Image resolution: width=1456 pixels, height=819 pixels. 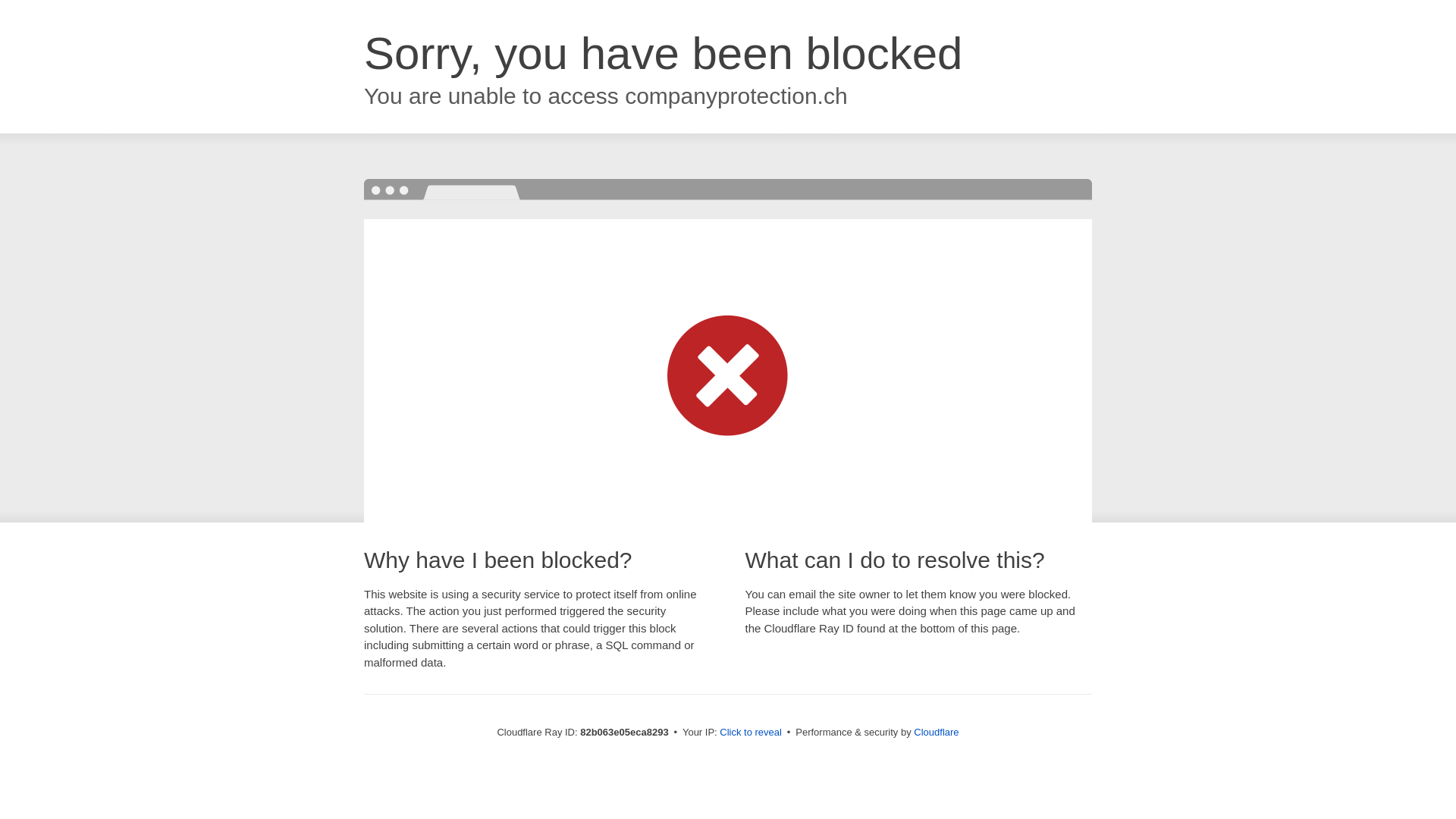 I want to click on 'Cloudflare', so click(x=935, y=731).